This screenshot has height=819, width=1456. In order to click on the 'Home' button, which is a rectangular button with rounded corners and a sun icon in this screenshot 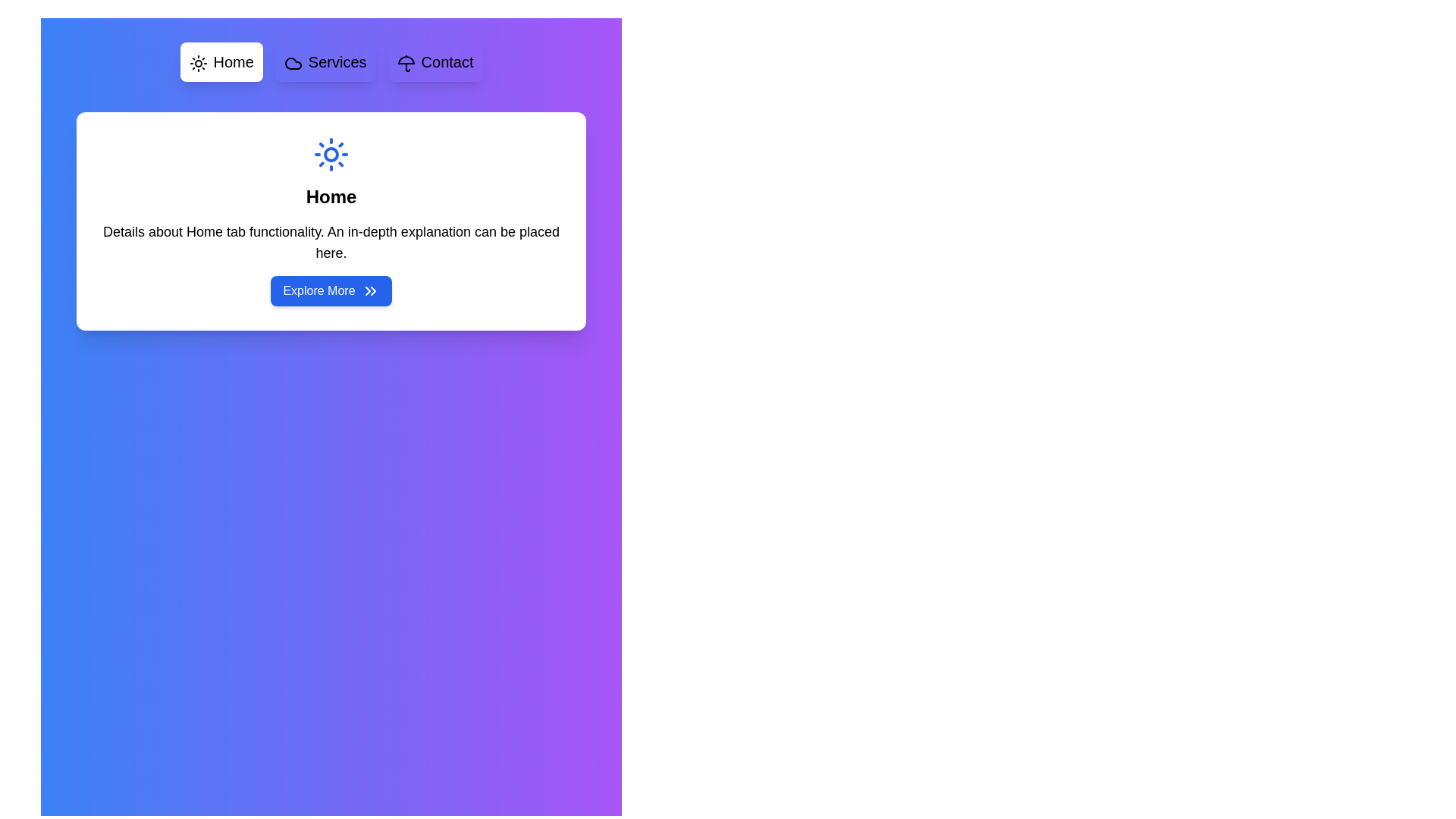, I will do `click(221, 61)`.